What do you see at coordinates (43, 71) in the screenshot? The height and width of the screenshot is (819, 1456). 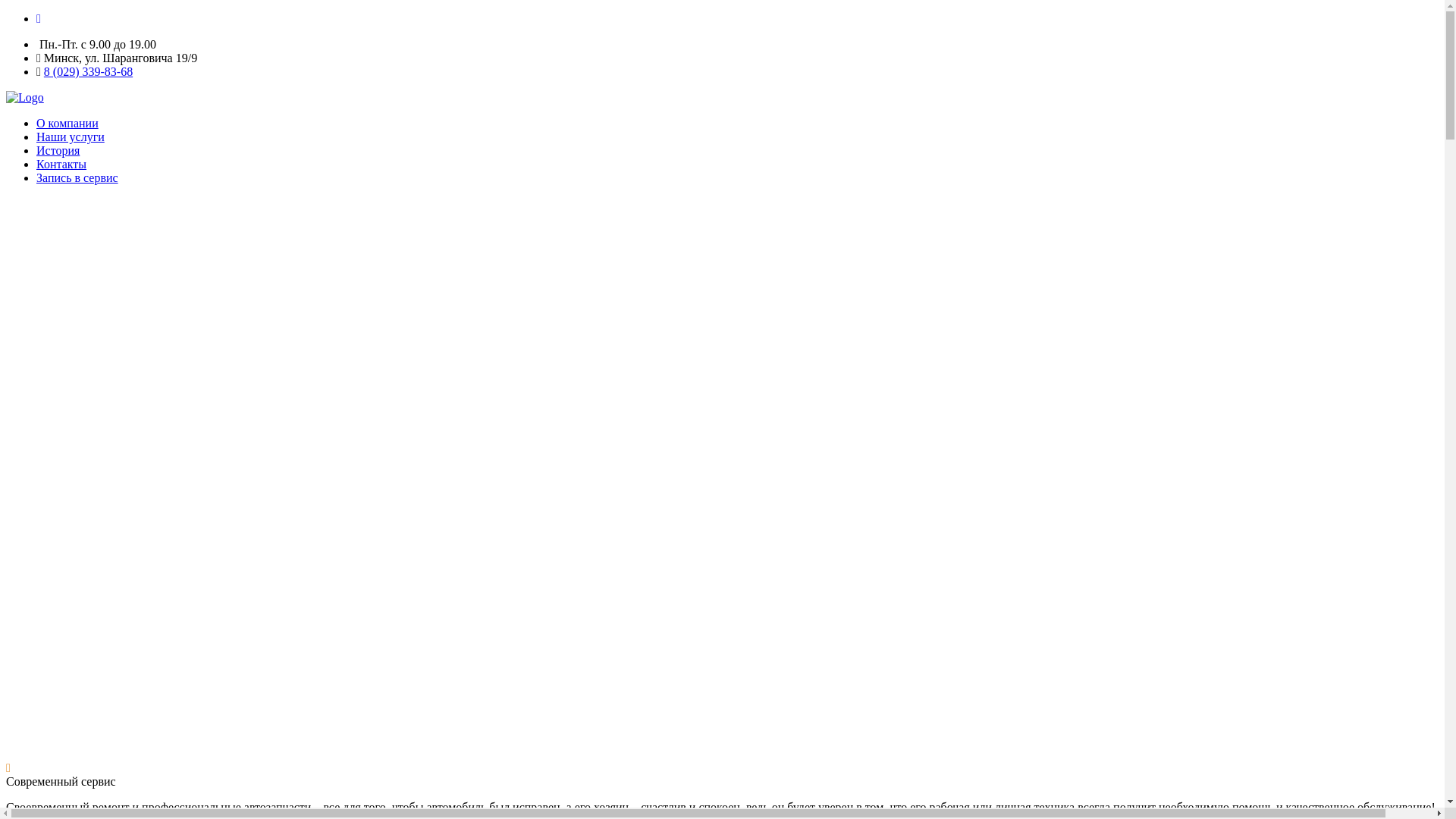 I see `'8 (029) 339-83-68'` at bounding box center [43, 71].